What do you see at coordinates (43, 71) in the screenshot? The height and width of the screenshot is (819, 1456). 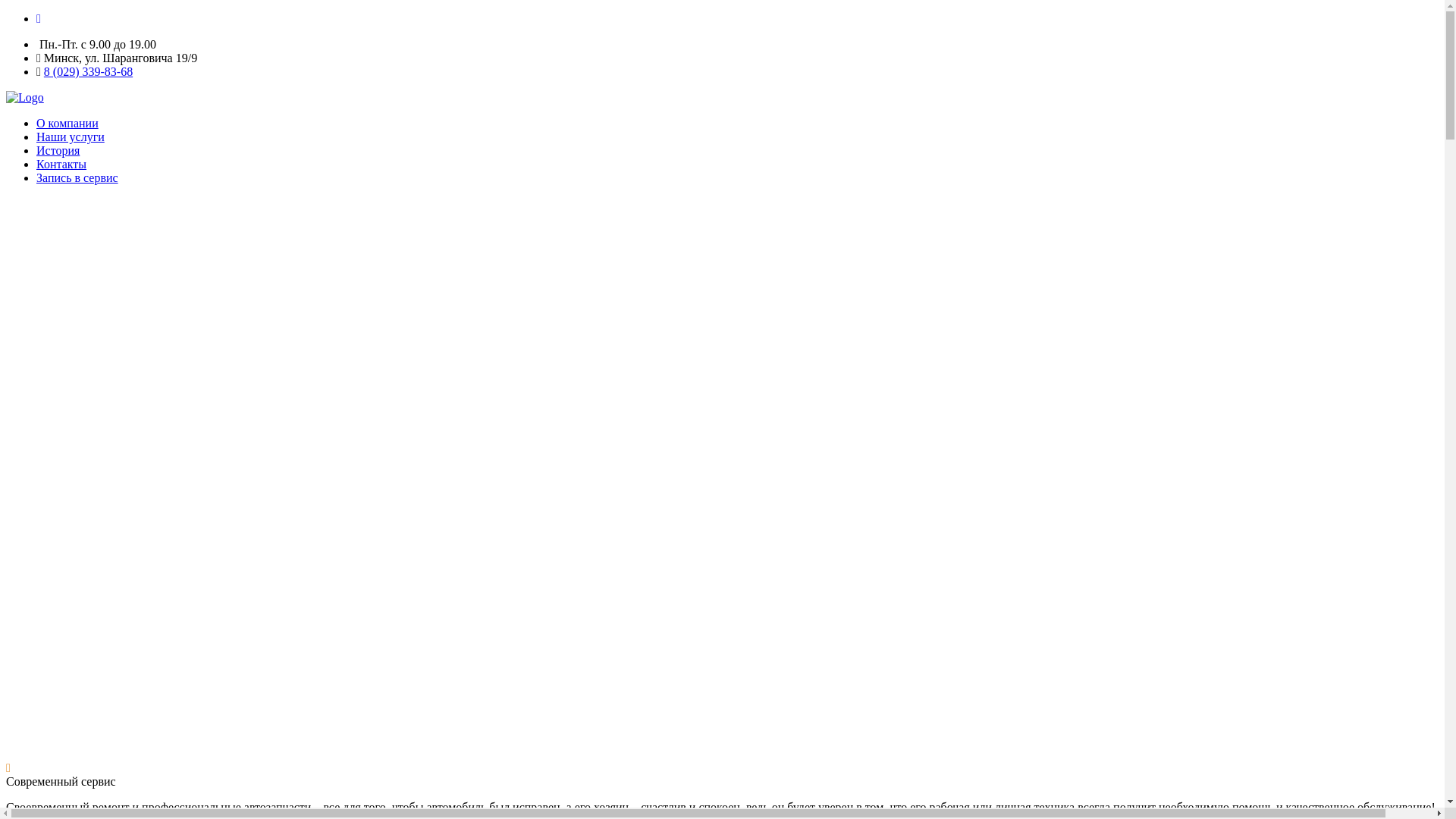 I see `'8 (029) 339-83-68'` at bounding box center [43, 71].